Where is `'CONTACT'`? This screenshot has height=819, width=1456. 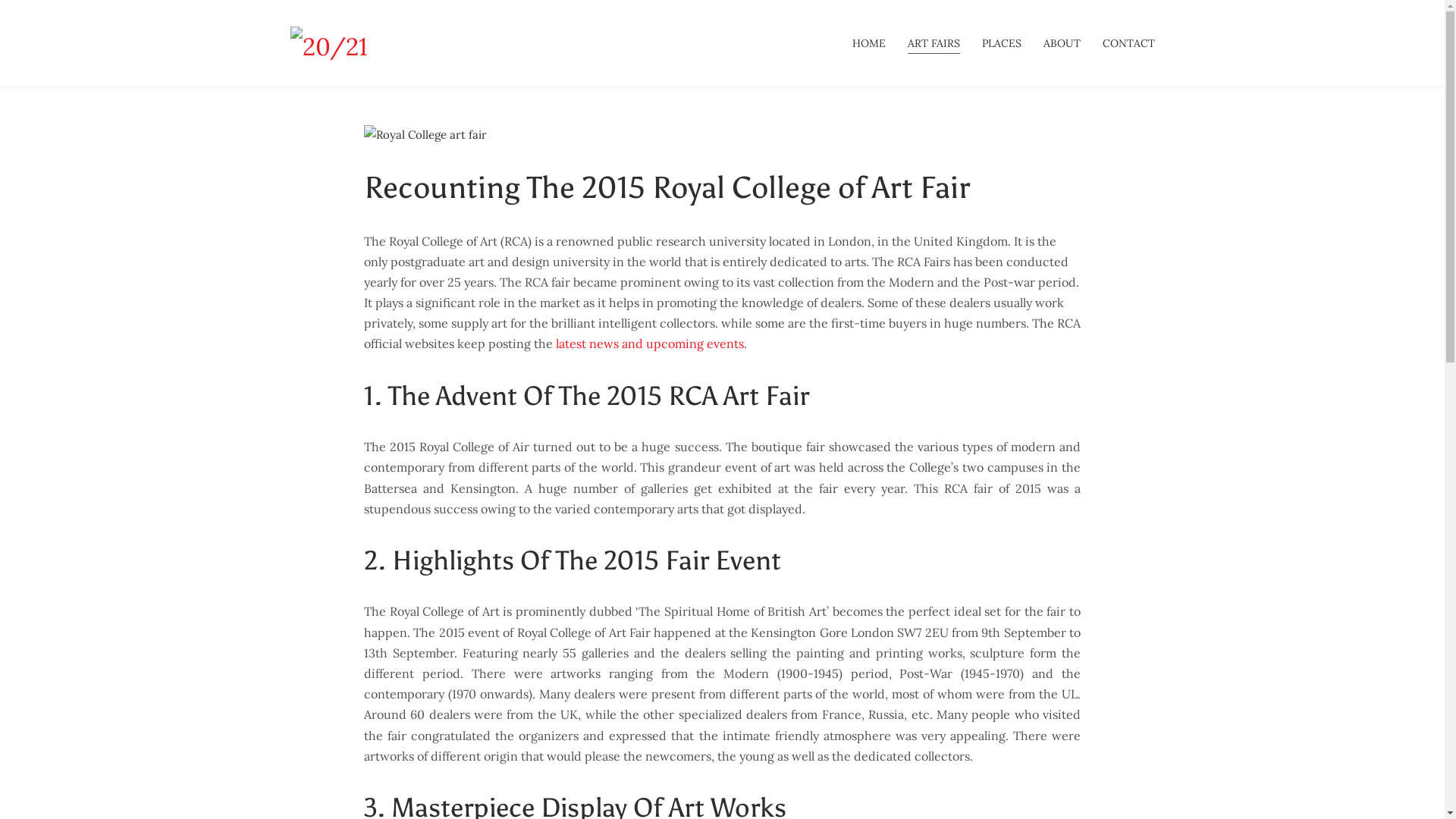
'CONTACT' is located at coordinates (1128, 42).